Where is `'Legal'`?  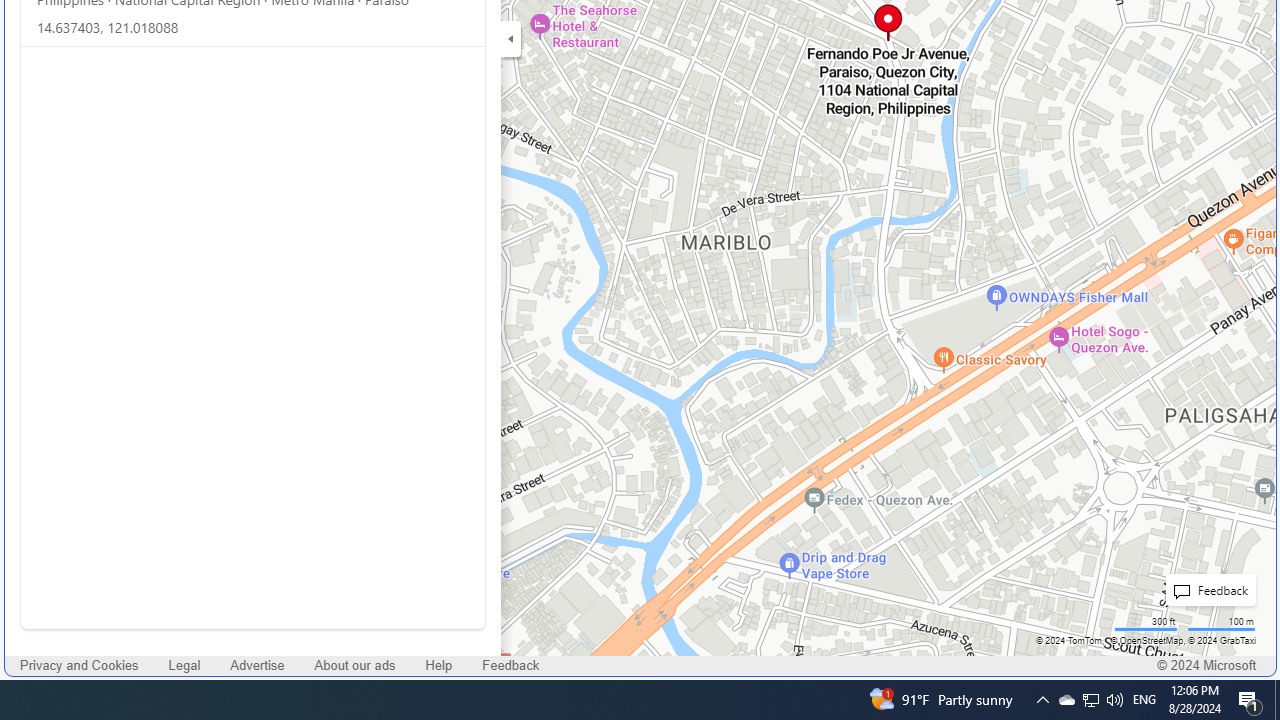
'Legal' is located at coordinates (184, 666).